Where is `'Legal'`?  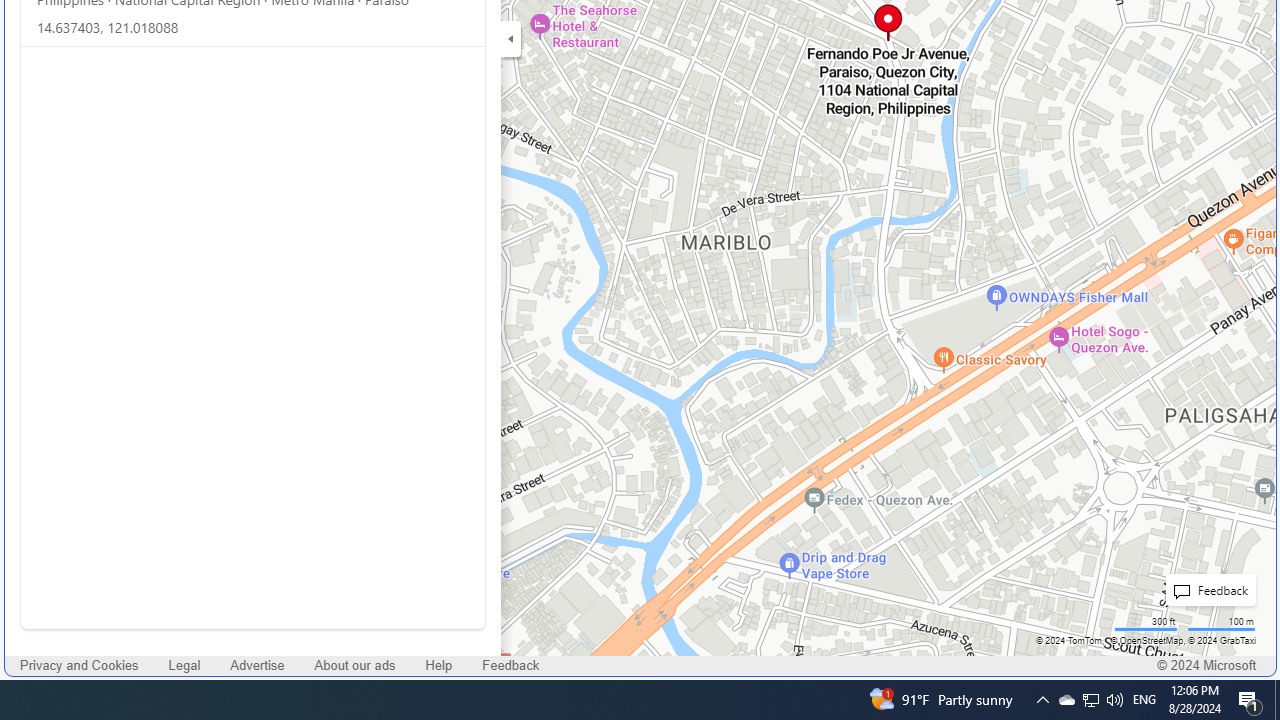
'Legal' is located at coordinates (184, 666).